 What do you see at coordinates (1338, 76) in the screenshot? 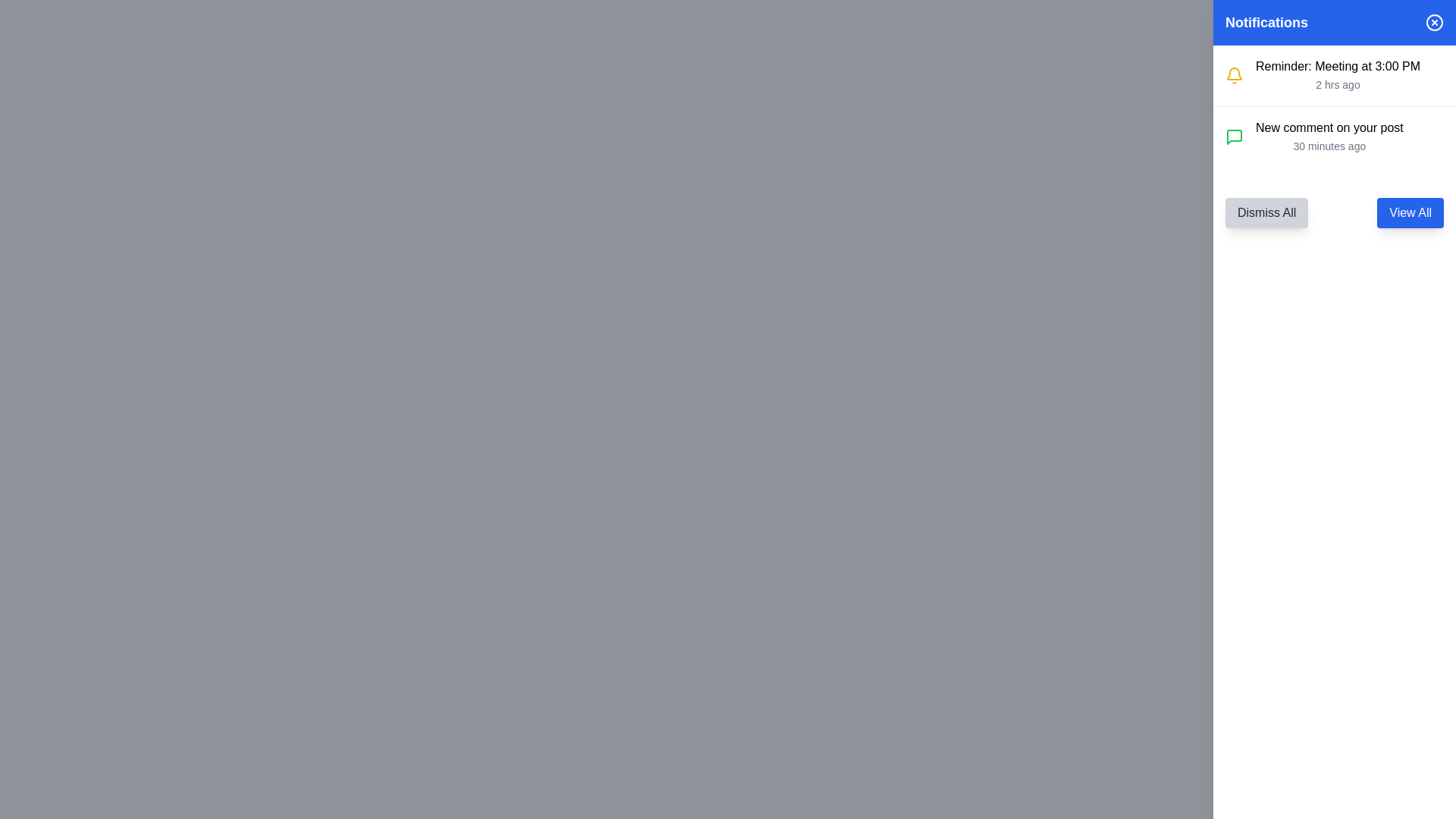
I see `notification text that reminds the user of a meeting scheduled for 3:00 PM, located in the right-side notification panel below the yellow bell icon` at bounding box center [1338, 76].